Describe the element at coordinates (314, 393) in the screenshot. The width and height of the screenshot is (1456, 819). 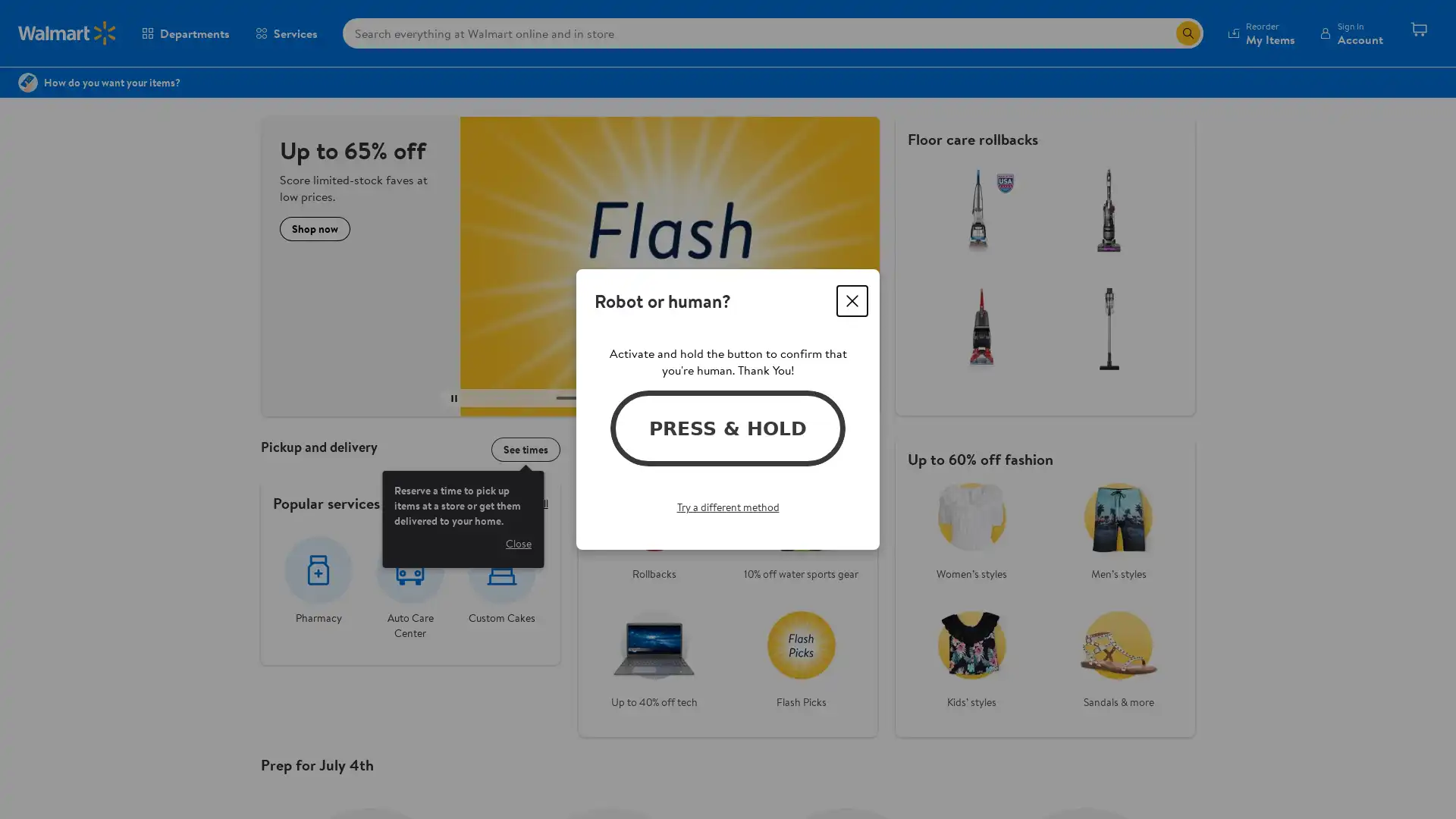
I see `*Important details` at that location.